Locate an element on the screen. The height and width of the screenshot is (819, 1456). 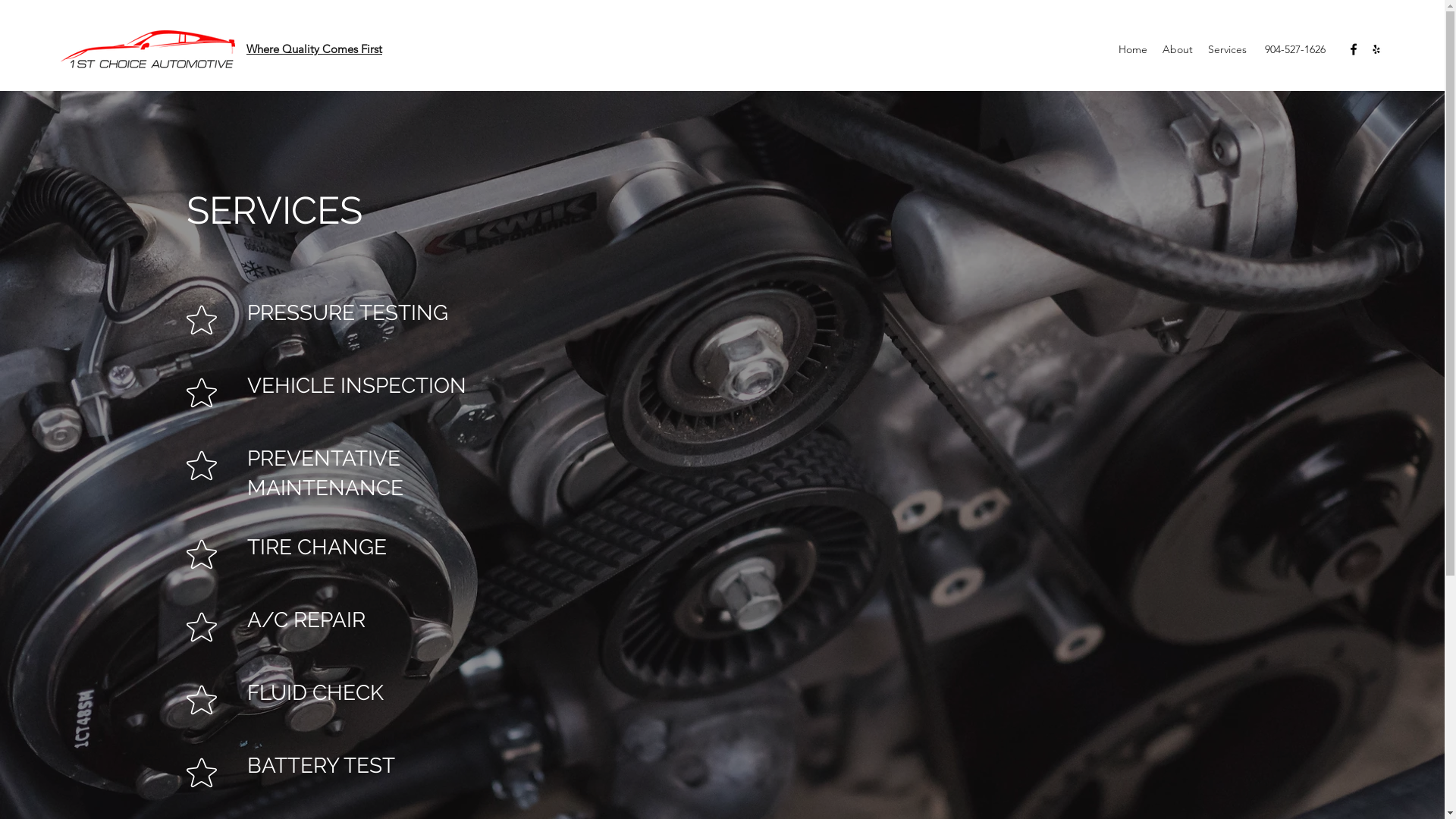
'About' is located at coordinates (1177, 49).